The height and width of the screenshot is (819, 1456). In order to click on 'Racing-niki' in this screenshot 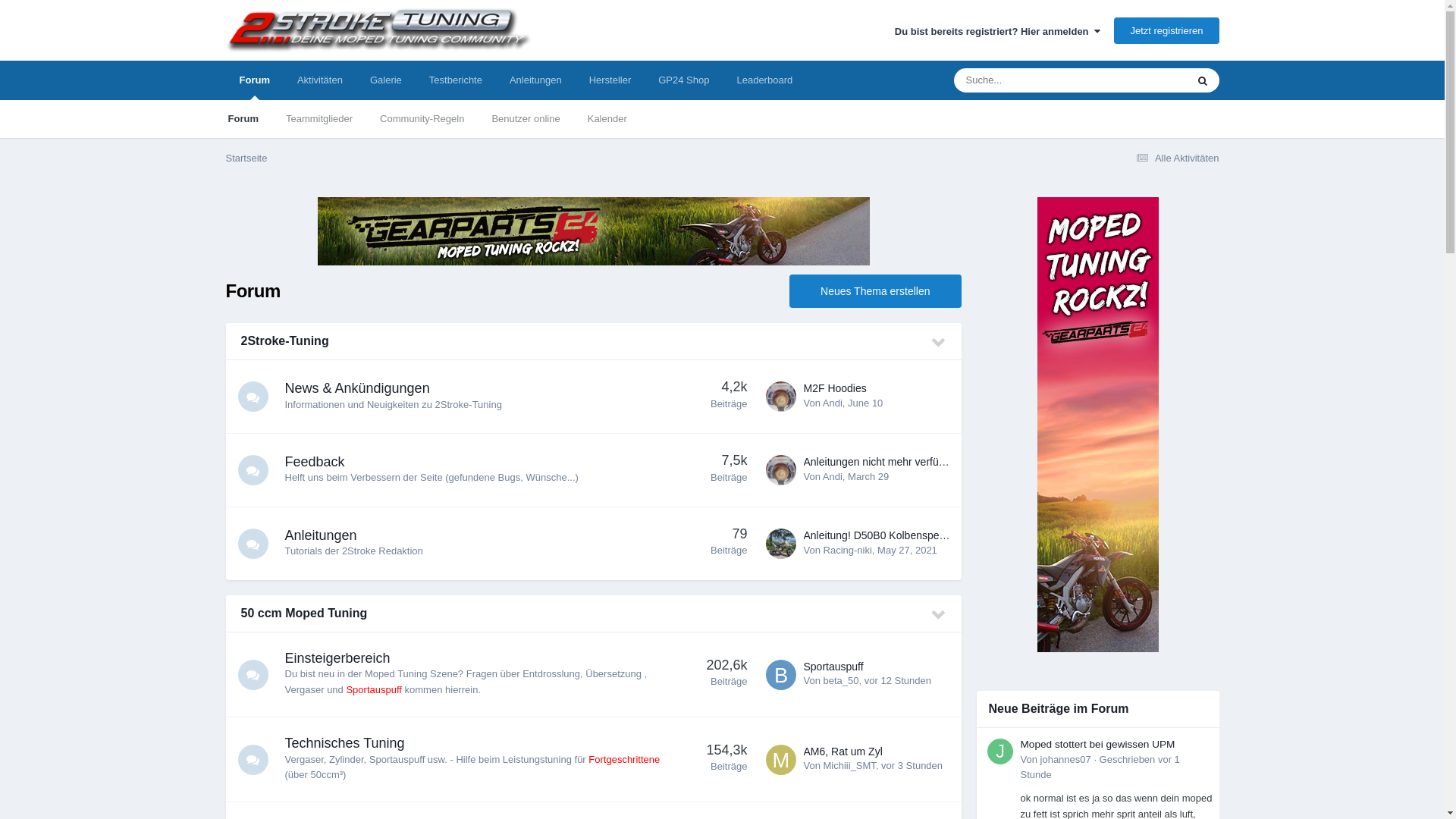, I will do `click(847, 550)`.